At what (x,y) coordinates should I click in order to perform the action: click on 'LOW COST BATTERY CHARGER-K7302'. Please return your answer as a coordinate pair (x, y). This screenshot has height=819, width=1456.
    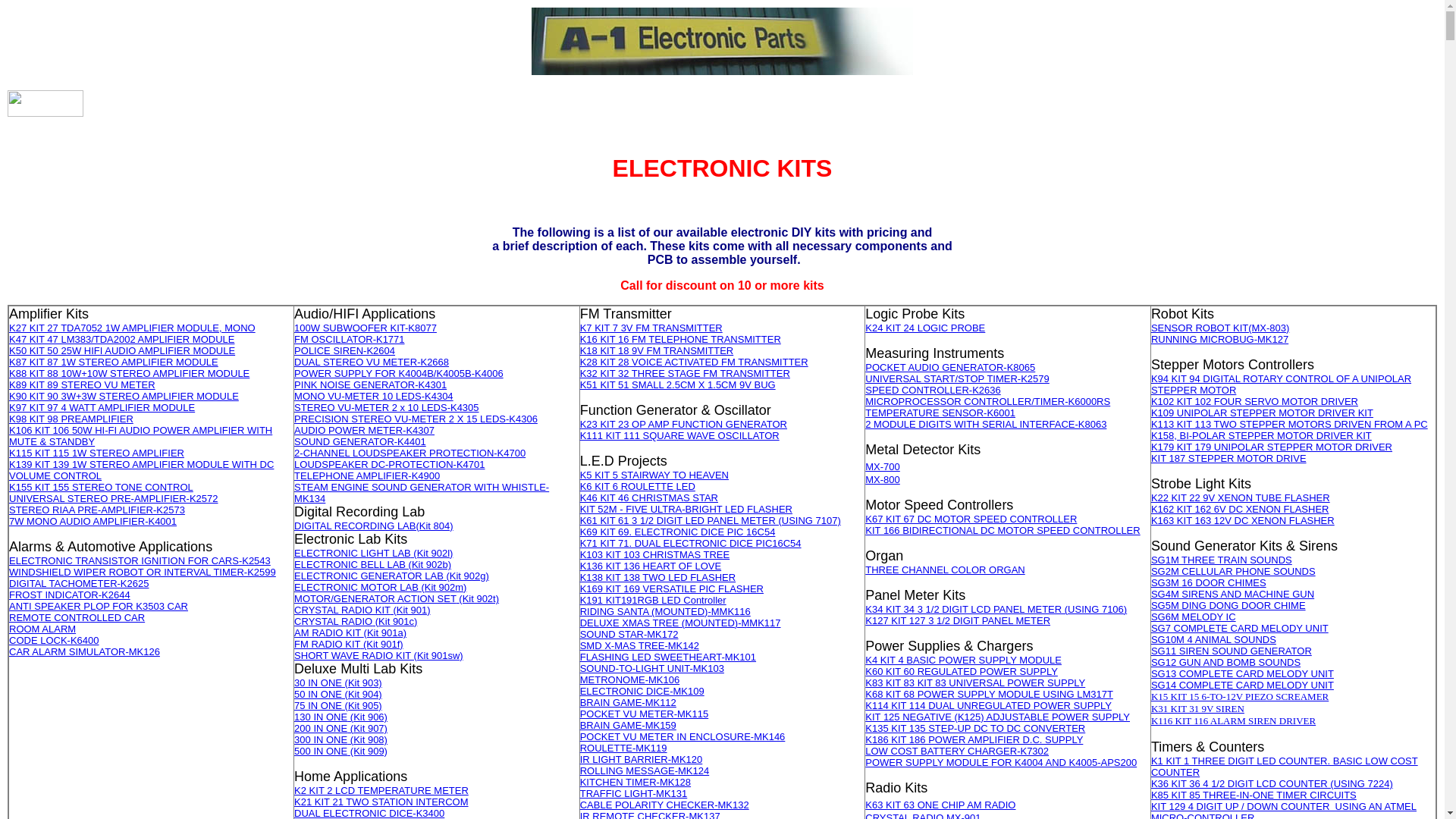
    Looking at the image, I should click on (956, 751).